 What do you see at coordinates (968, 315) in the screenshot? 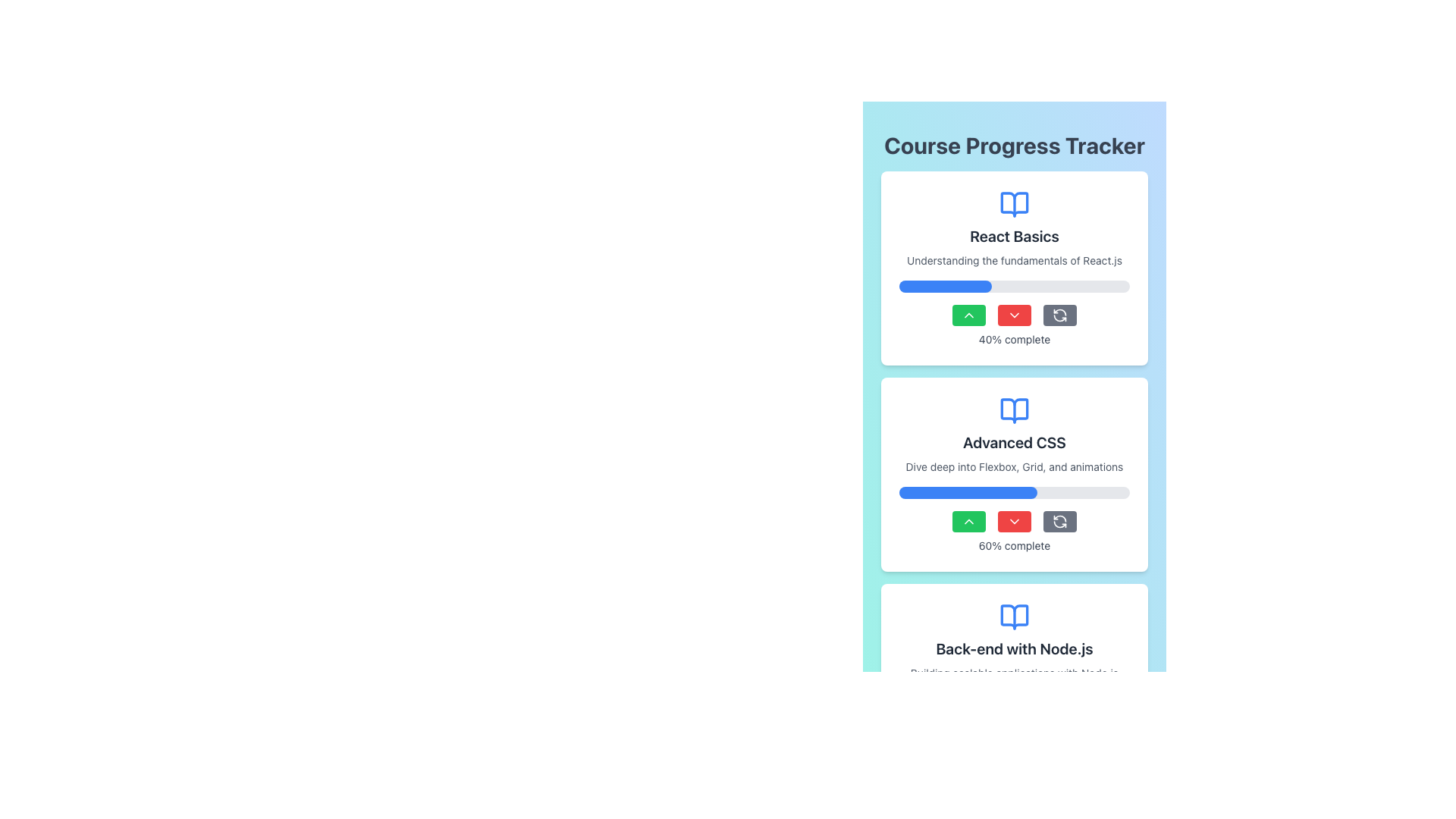
I see `the green button with white text and an upward chevron icon located in the 'React Basics' section of the course tracker interface` at bounding box center [968, 315].